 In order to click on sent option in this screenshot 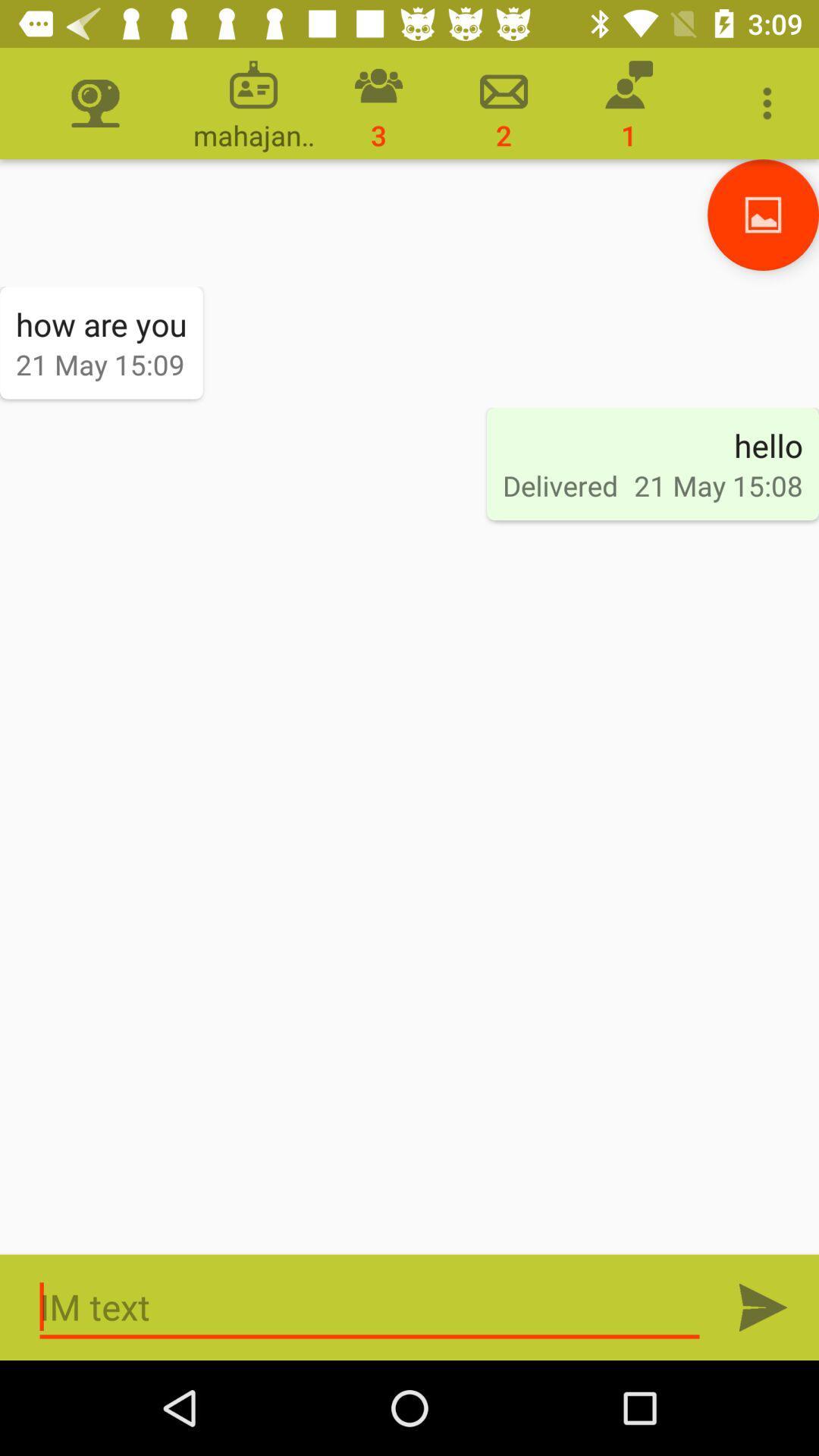, I will do `click(763, 1307)`.